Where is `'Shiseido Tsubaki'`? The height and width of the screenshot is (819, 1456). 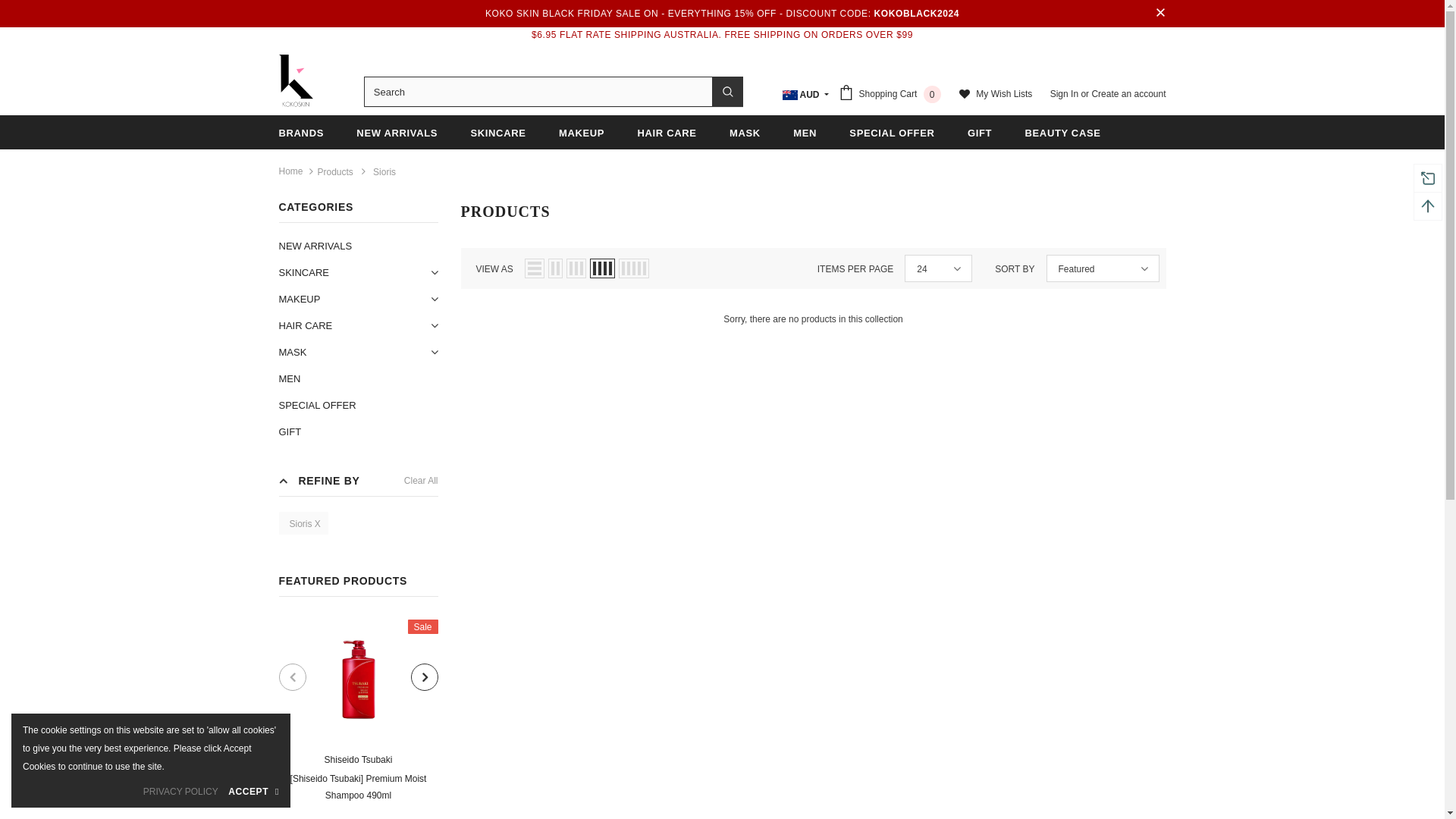
'Shiseido Tsubaki' is located at coordinates (323, 760).